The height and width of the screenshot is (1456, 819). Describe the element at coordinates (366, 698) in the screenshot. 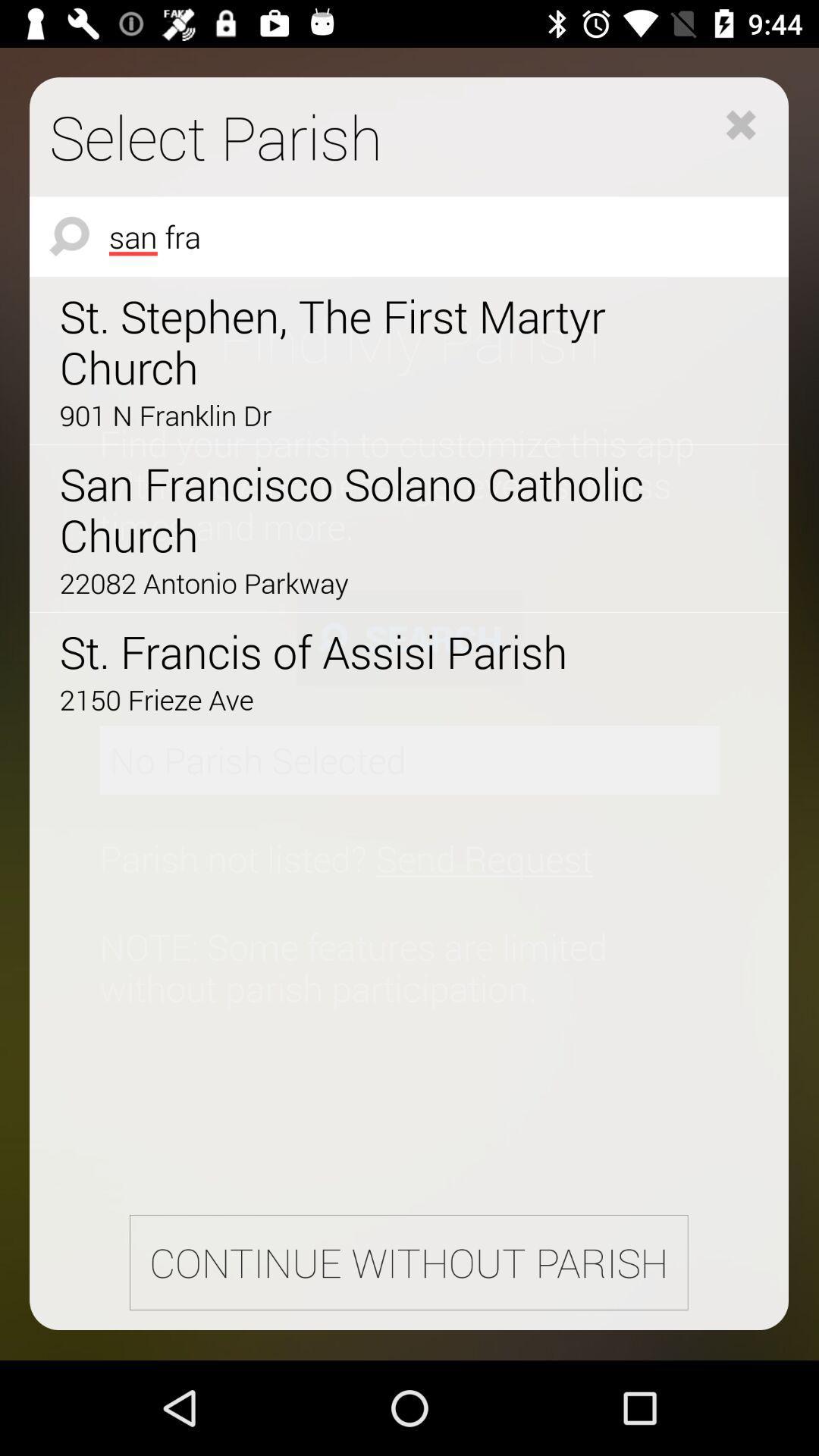

I see `2150 frieze ave` at that location.